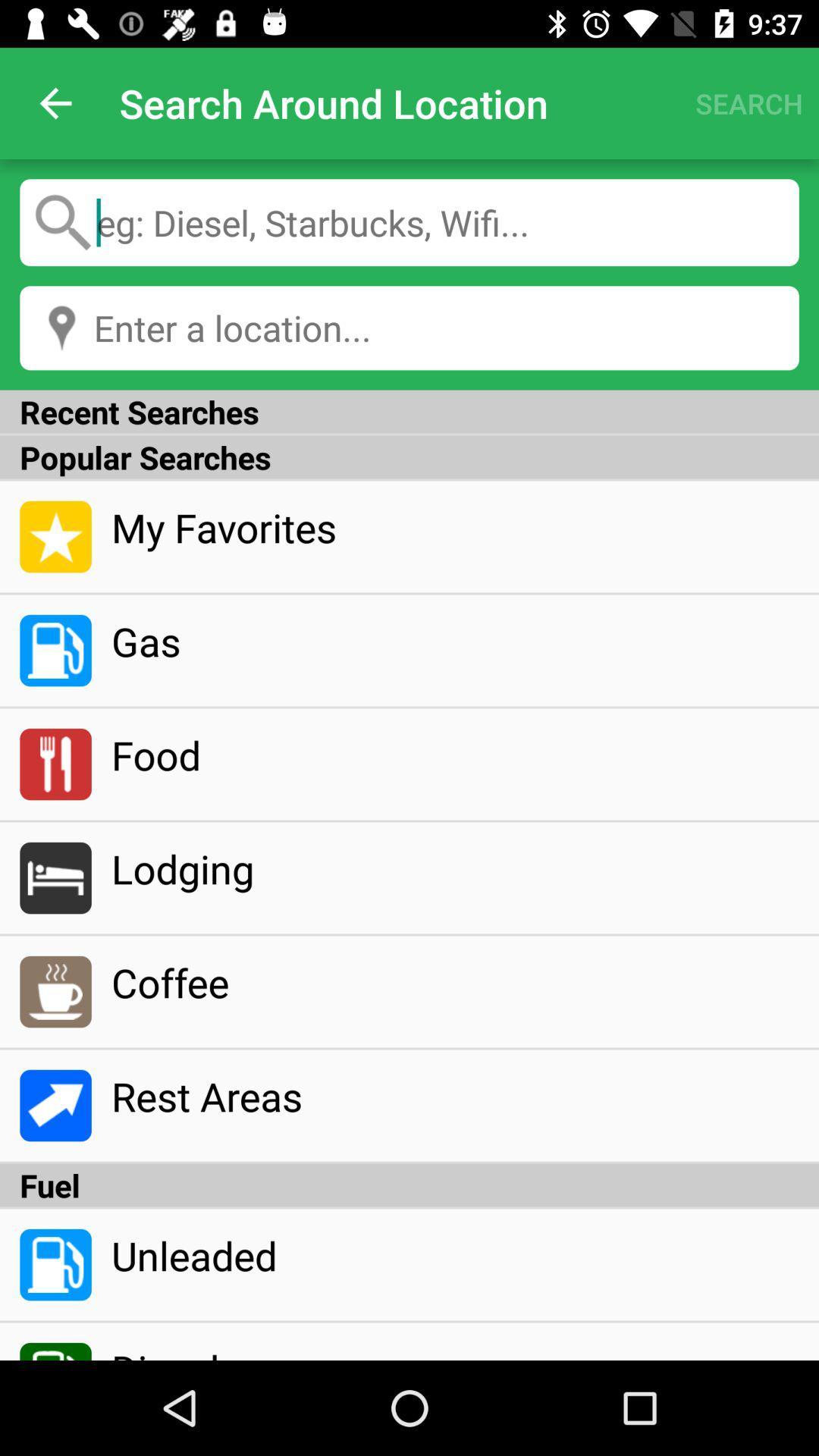 The image size is (819, 1456). I want to click on the icon at the top left corner, so click(55, 102).